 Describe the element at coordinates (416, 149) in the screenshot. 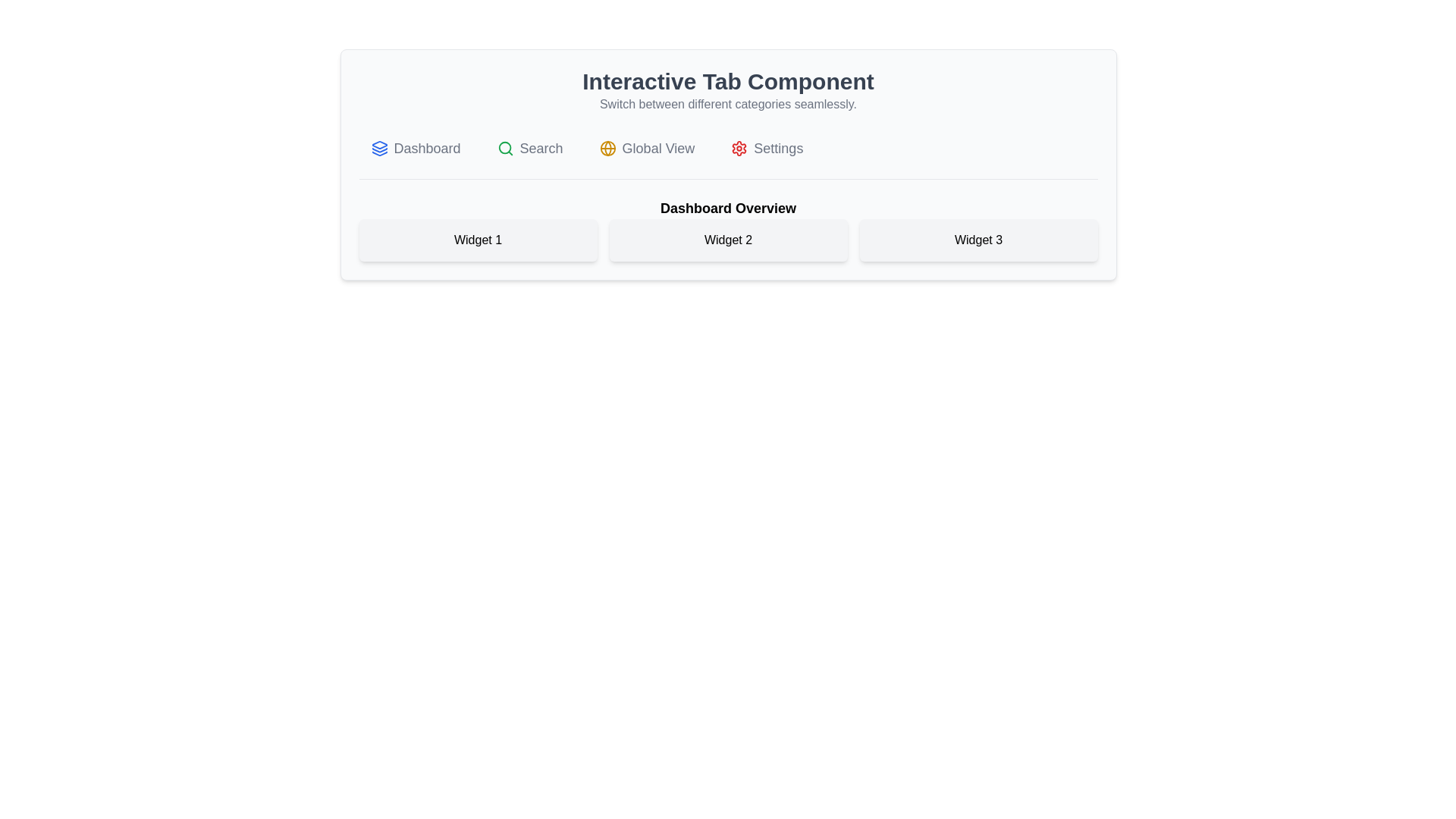

I see `the 'Dashboard' button, which is the first button in a horizontal row at the top of the interface, featuring a blue stacked layers icon to its left` at that location.